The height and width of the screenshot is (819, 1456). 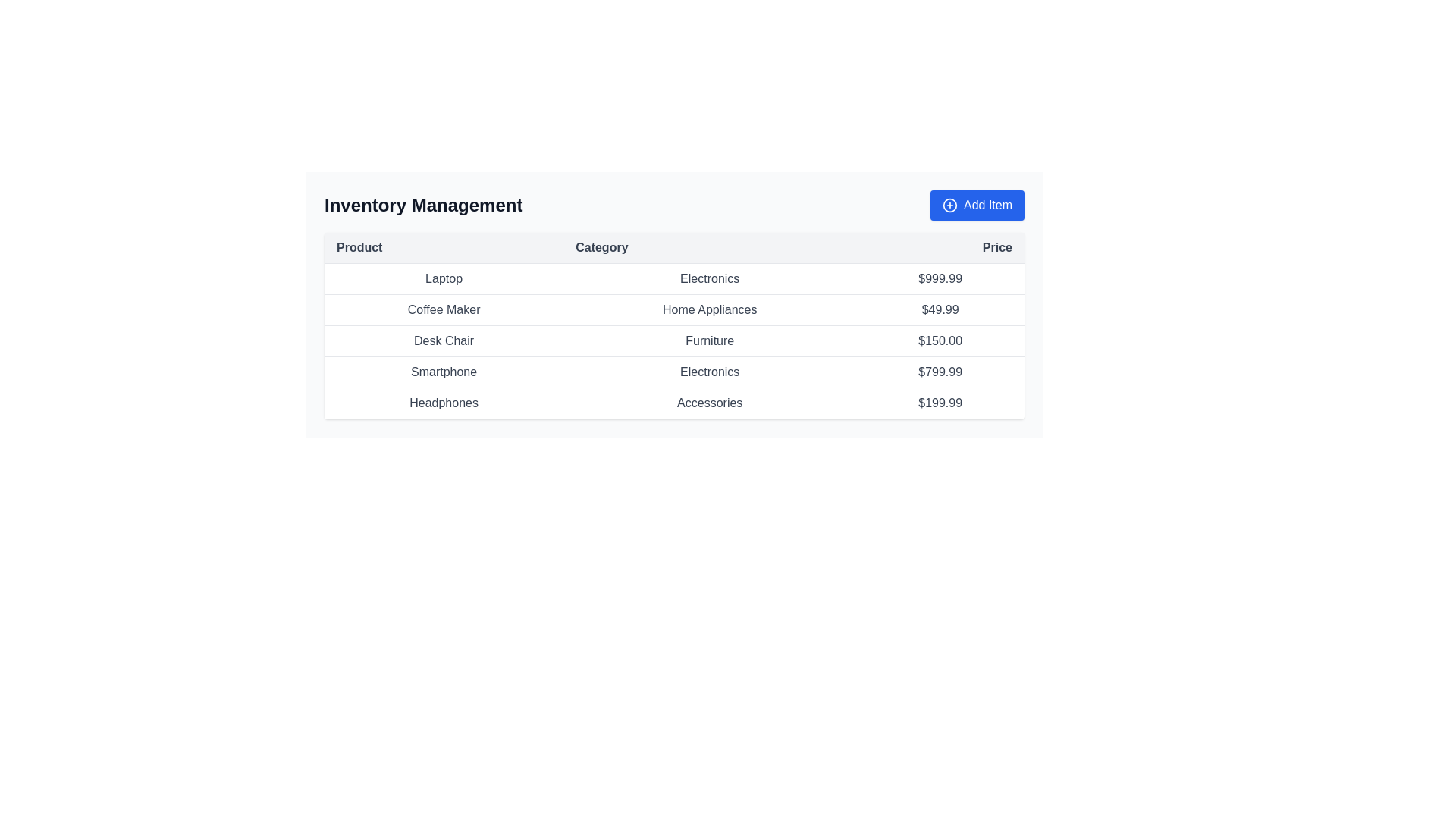 What do you see at coordinates (443, 309) in the screenshot?
I see `the 'Coffee Maker' text label in the second row of the table under the 'Product' column, which is aligned with similar entries and positioned to the left of 'Home Appliances'` at bounding box center [443, 309].